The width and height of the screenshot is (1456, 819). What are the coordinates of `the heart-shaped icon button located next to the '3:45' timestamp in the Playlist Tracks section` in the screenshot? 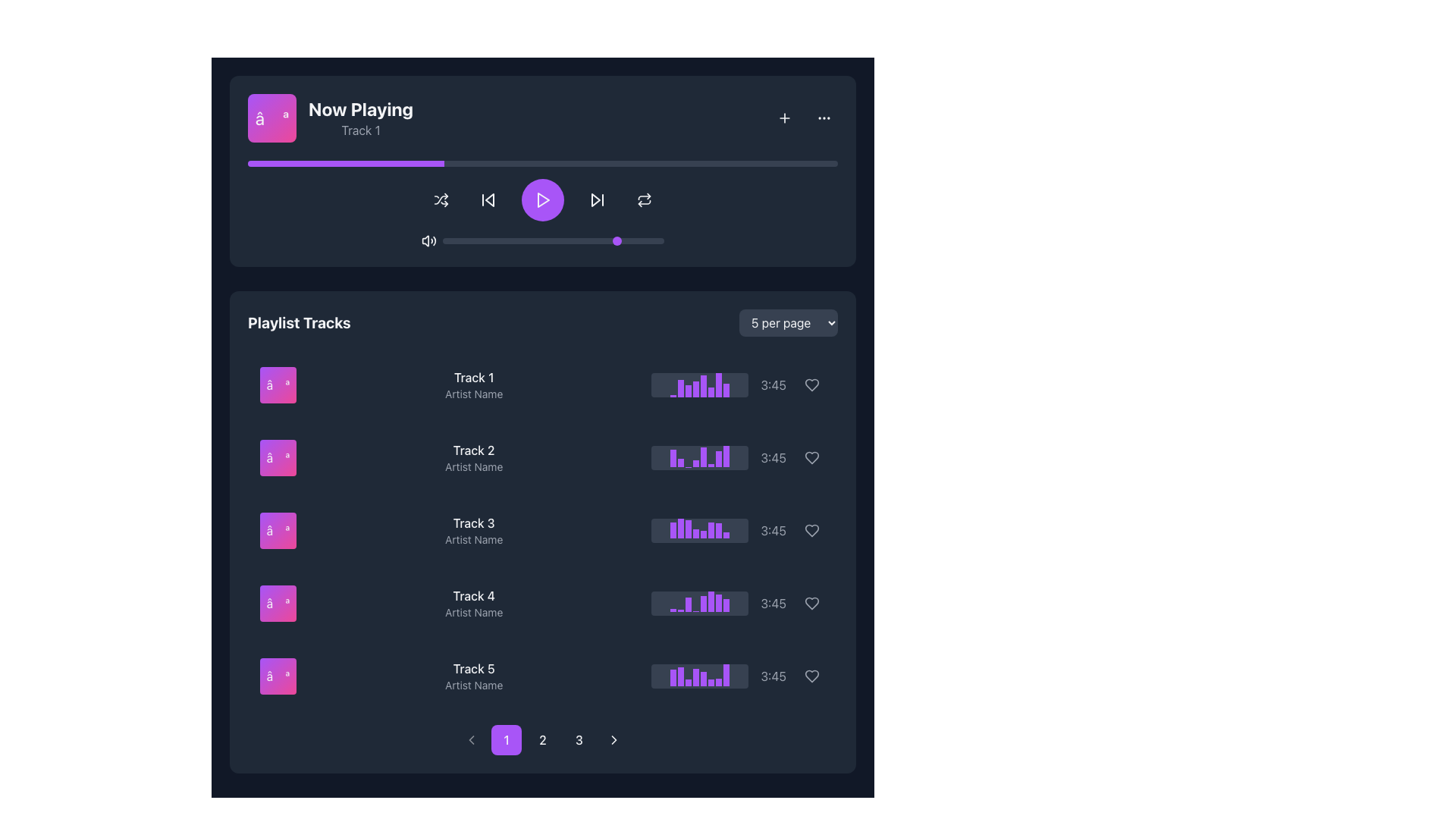 It's located at (811, 457).